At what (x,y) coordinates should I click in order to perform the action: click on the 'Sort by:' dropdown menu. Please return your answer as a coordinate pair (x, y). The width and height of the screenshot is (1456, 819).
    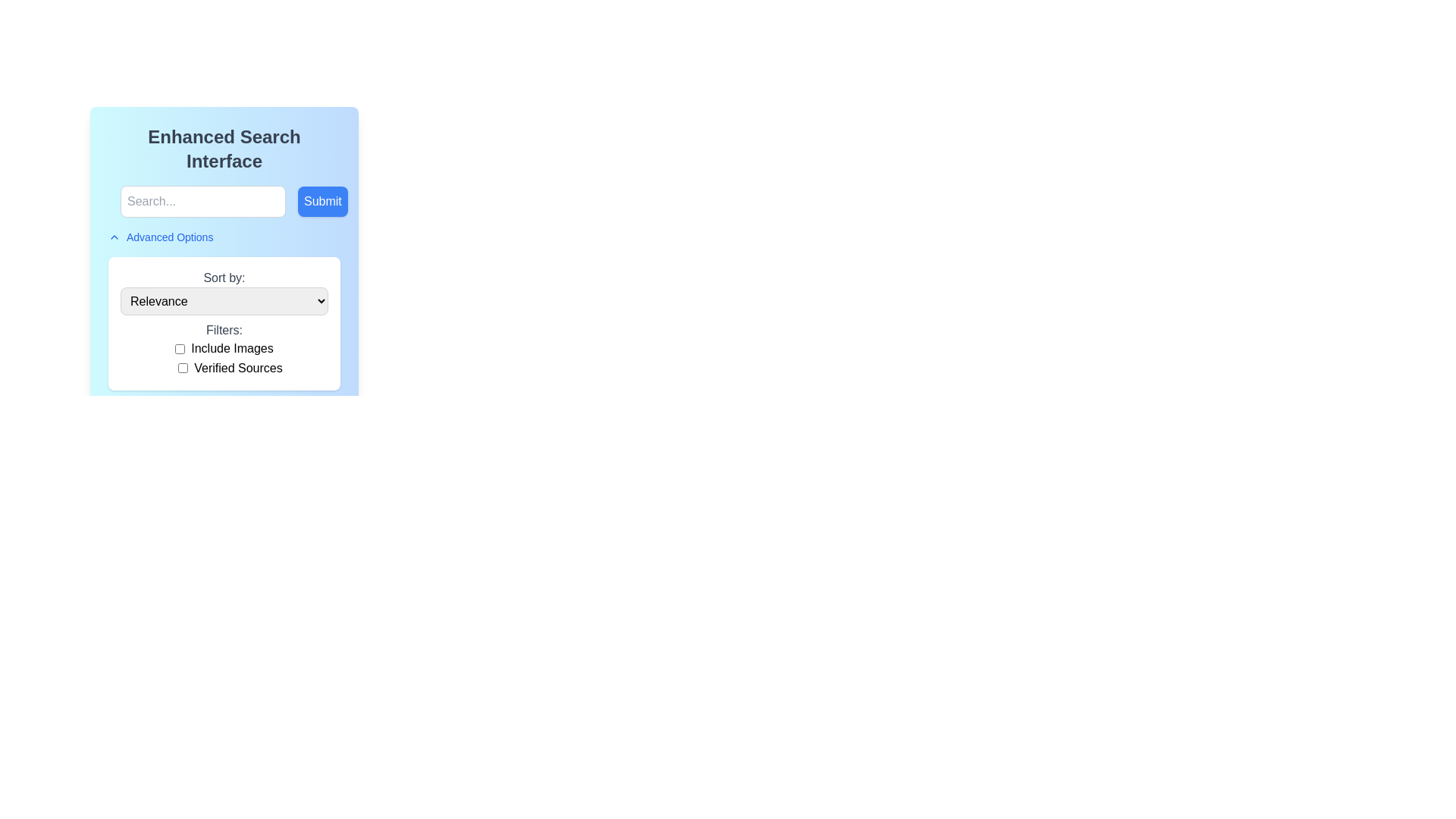
    Looking at the image, I should click on (224, 292).